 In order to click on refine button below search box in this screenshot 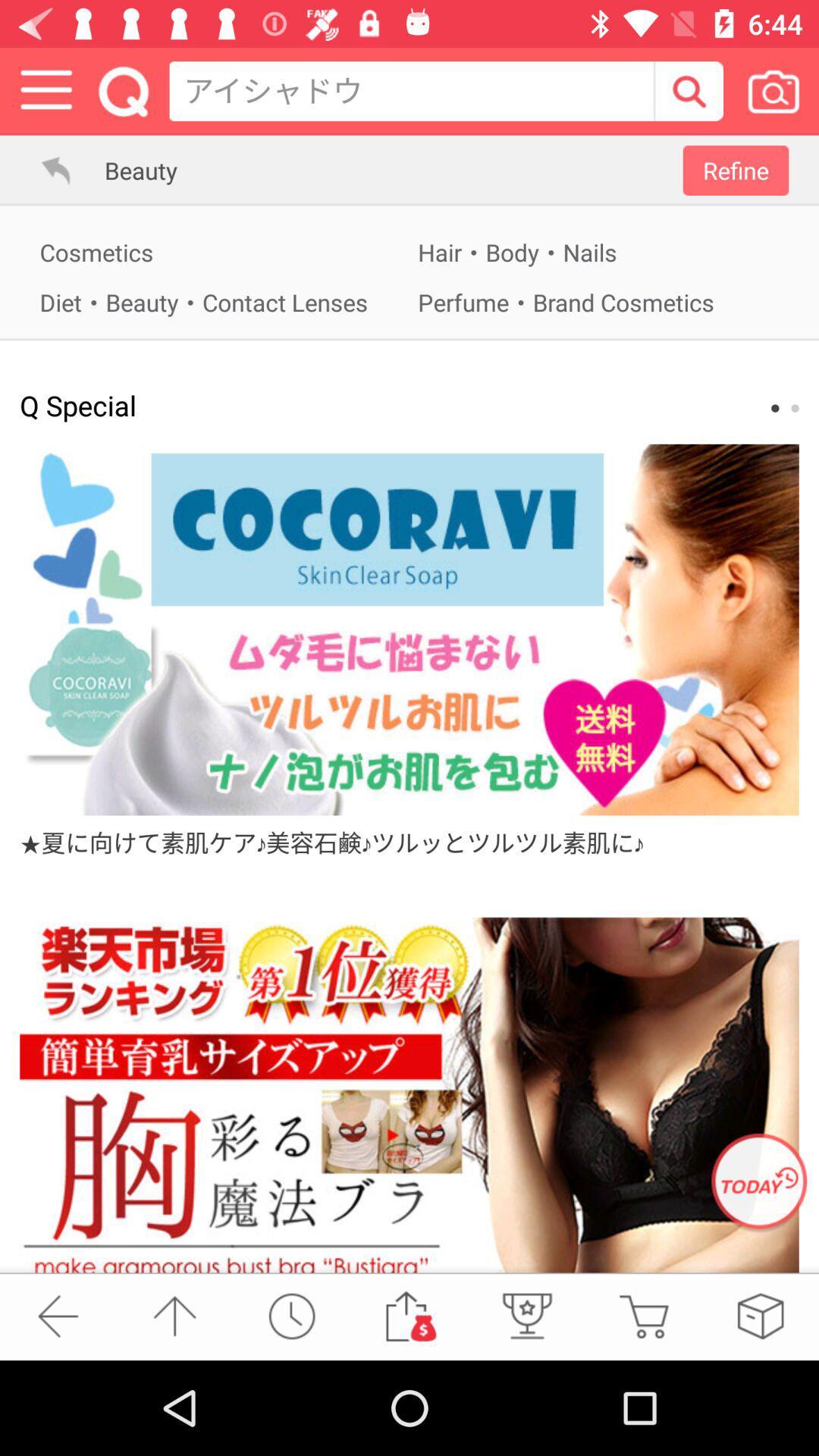, I will do `click(735, 171)`.